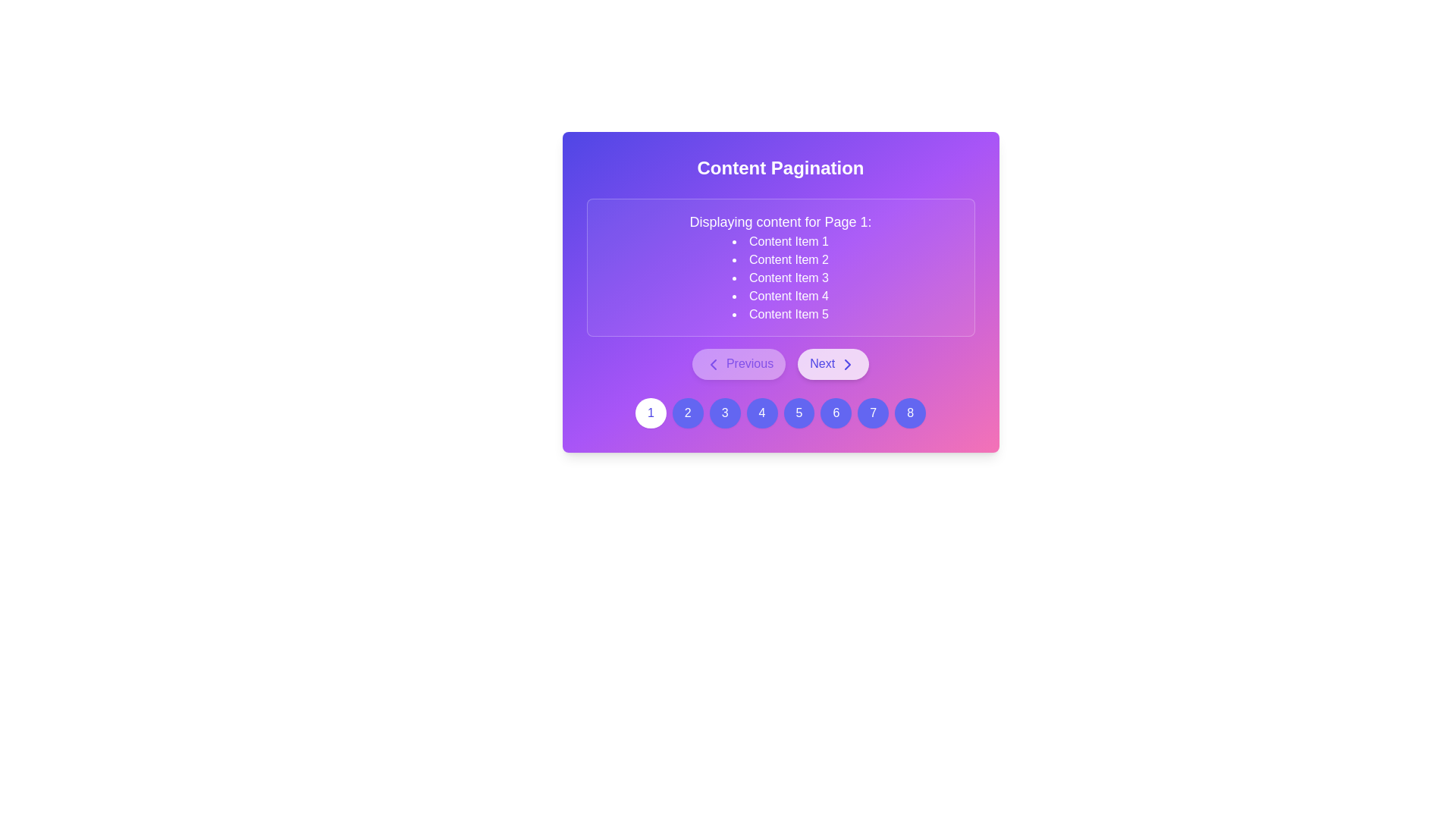 This screenshot has height=819, width=1456. I want to click on the text element labeled 'Content Item 3', which is styled in white and part of a vertically aligned list on a purple background, so click(780, 278).